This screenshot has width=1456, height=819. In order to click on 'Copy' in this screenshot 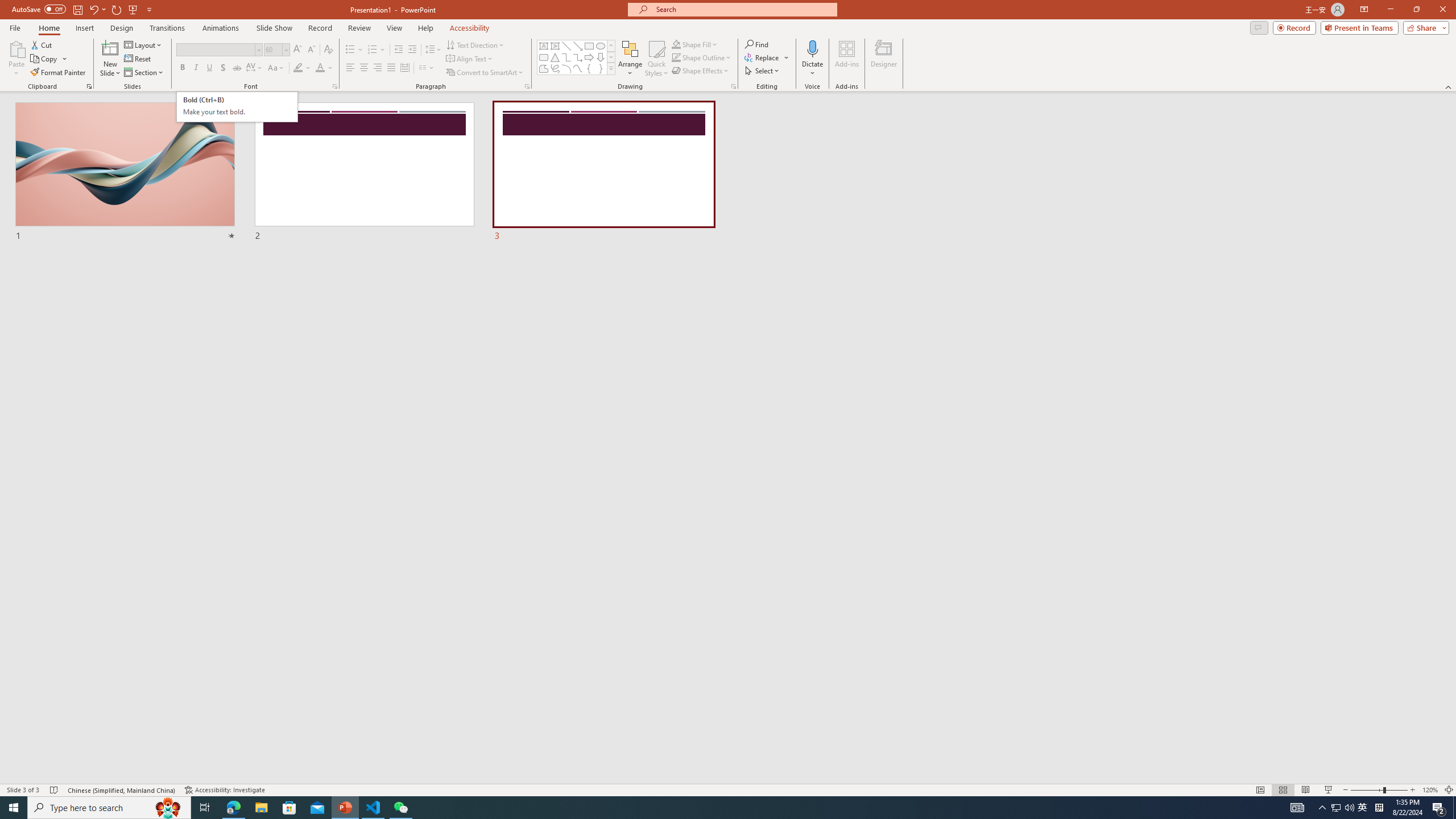, I will do `click(44, 59)`.